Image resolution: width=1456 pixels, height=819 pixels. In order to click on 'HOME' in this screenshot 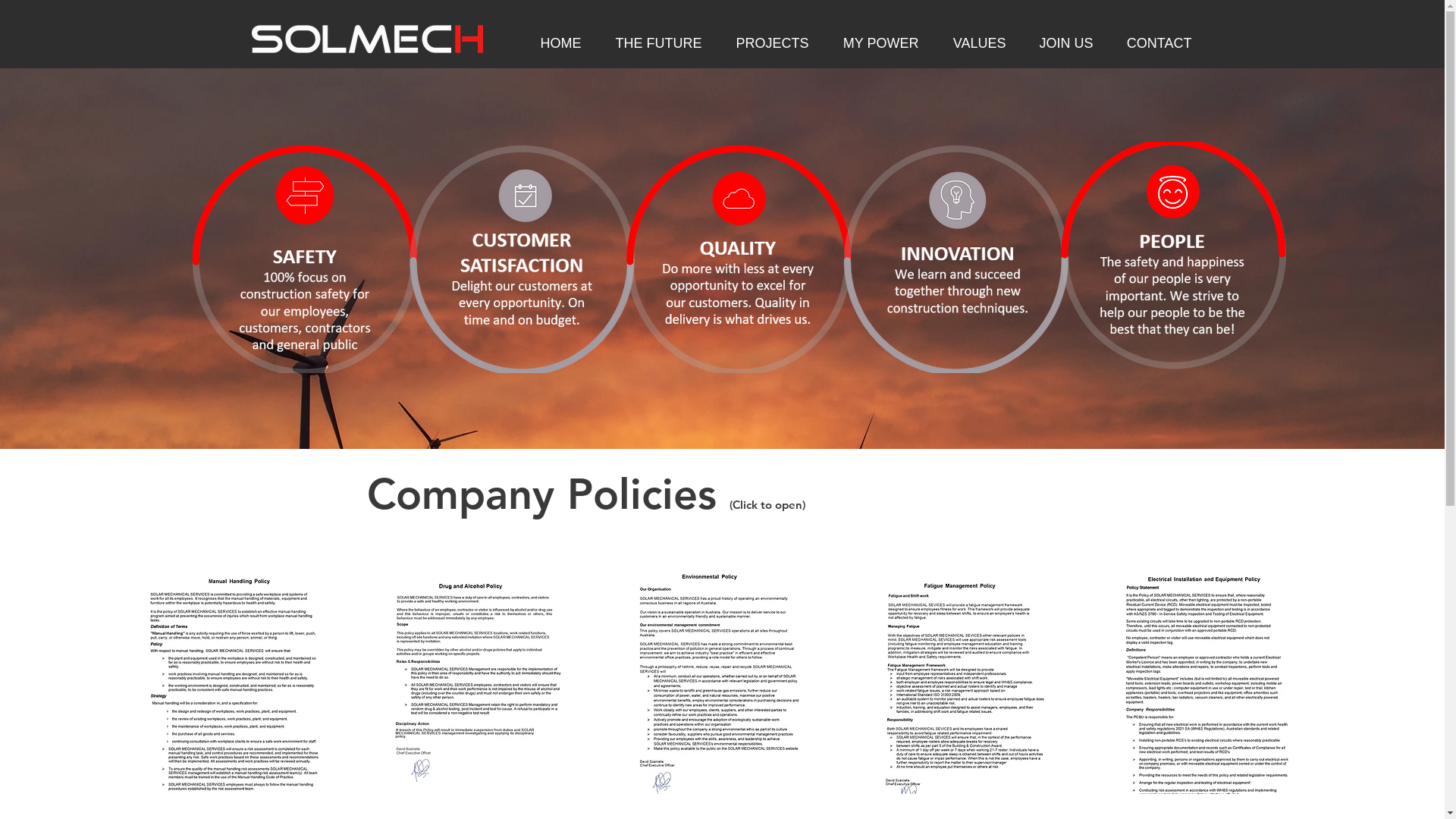, I will do `click(516, 42)`.